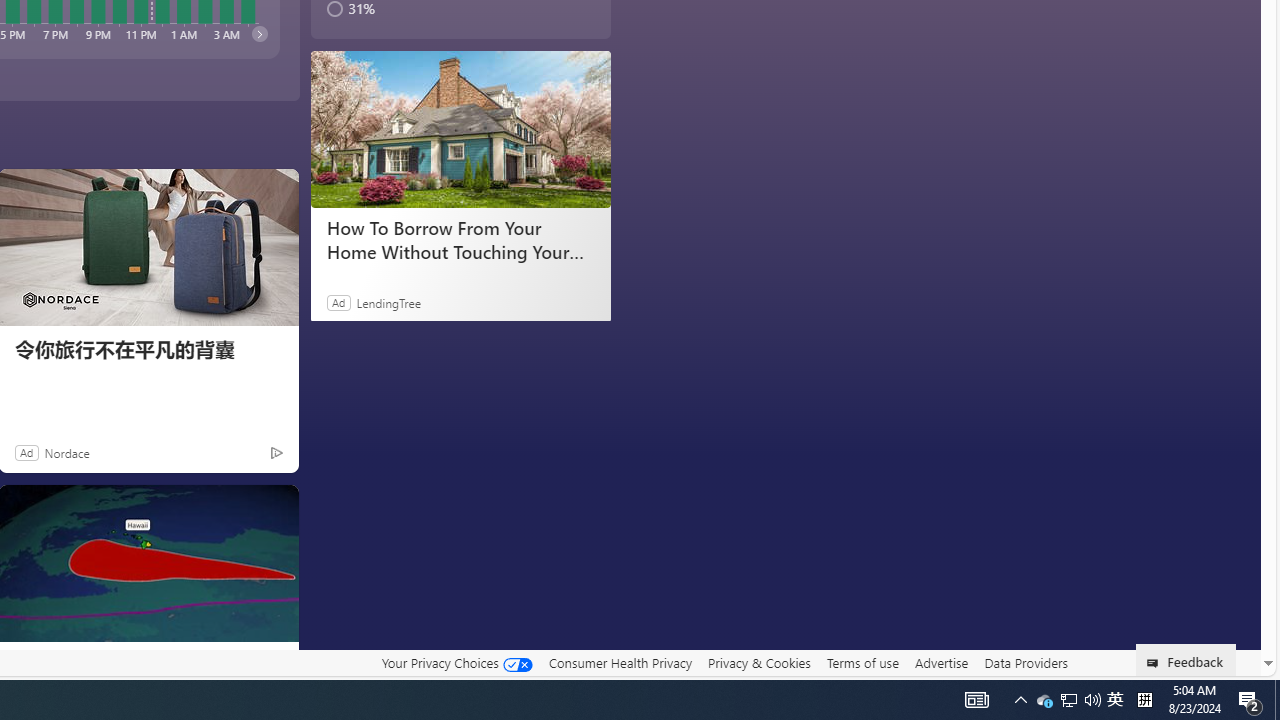  What do you see at coordinates (455, 662) in the screenshot?
I see `'Your Privacy Choices'` at bounding box center [455, 662].